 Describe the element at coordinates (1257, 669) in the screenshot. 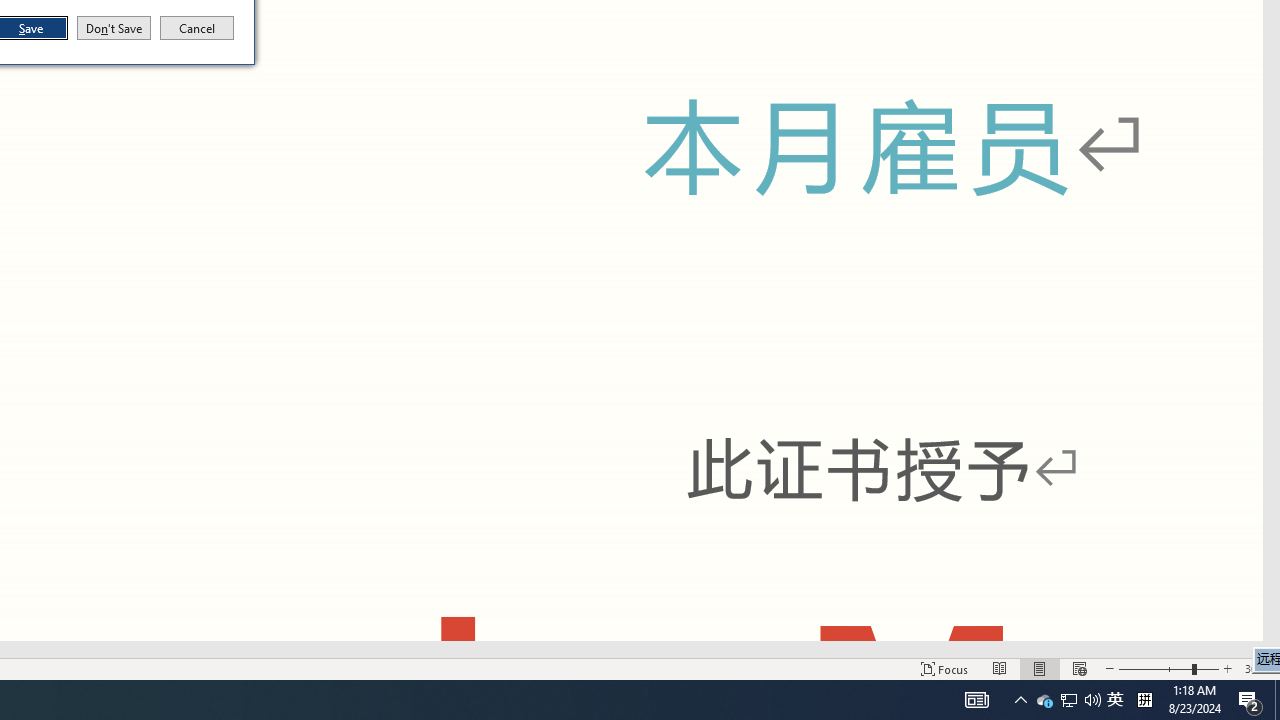

I see `'Zoom 308%'` at that location.